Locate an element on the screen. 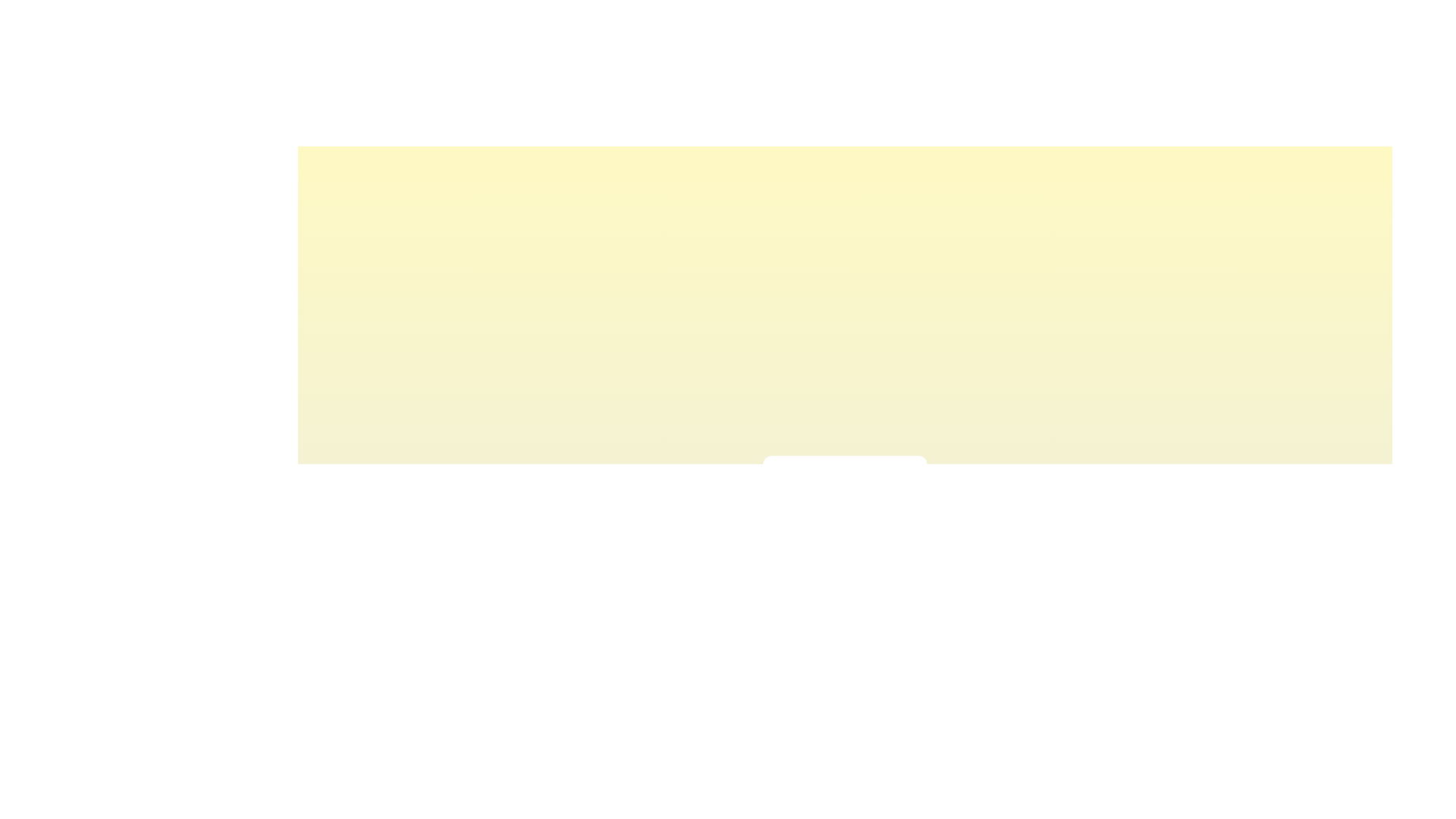 This screenshot has width=1456, height=819. the light intensity slider to 40% to observe the corresponding visual feedback color is located at coordinates (831, 513).